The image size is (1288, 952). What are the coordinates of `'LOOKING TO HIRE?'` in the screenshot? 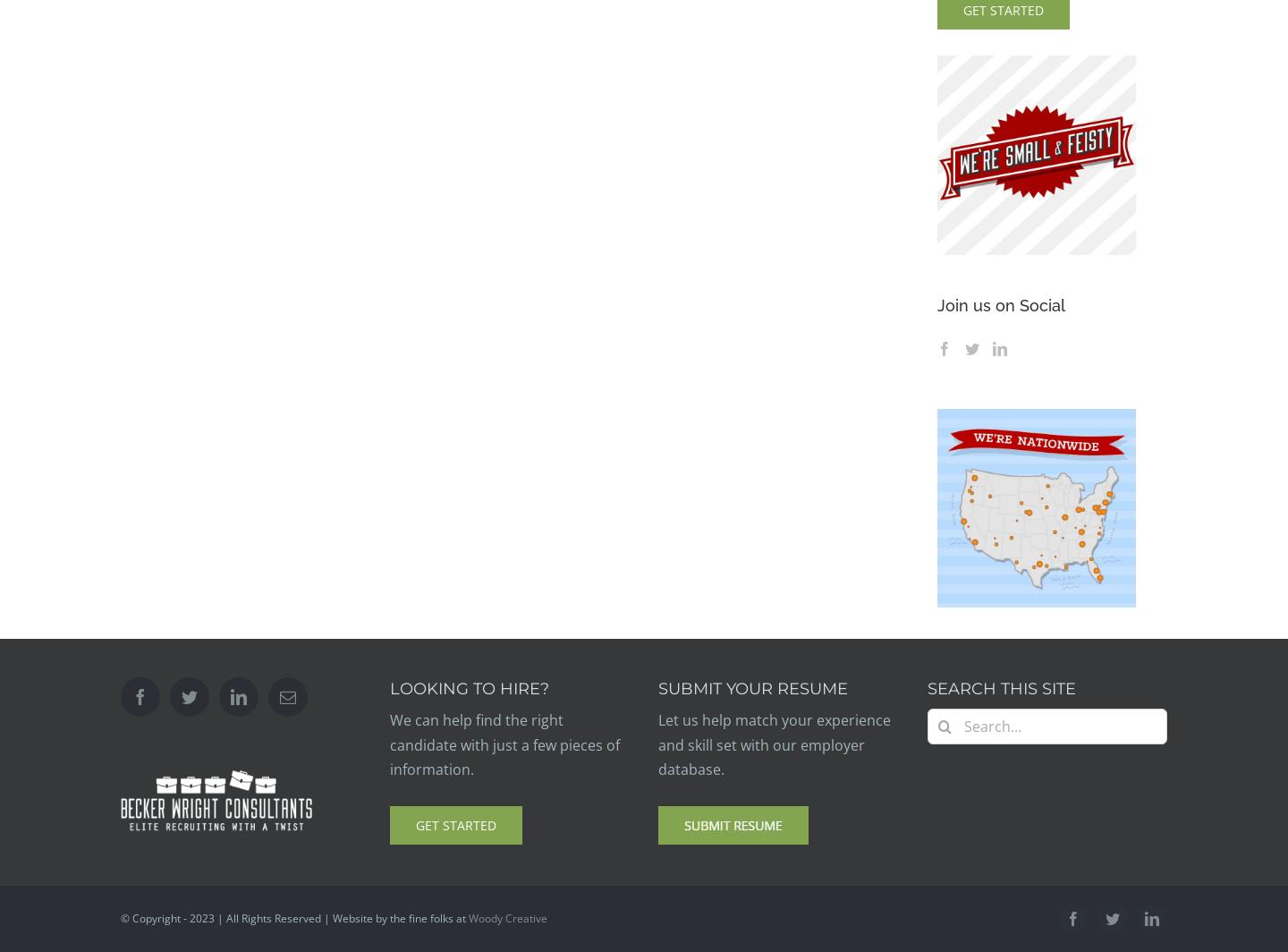 It's located at (468, 689).